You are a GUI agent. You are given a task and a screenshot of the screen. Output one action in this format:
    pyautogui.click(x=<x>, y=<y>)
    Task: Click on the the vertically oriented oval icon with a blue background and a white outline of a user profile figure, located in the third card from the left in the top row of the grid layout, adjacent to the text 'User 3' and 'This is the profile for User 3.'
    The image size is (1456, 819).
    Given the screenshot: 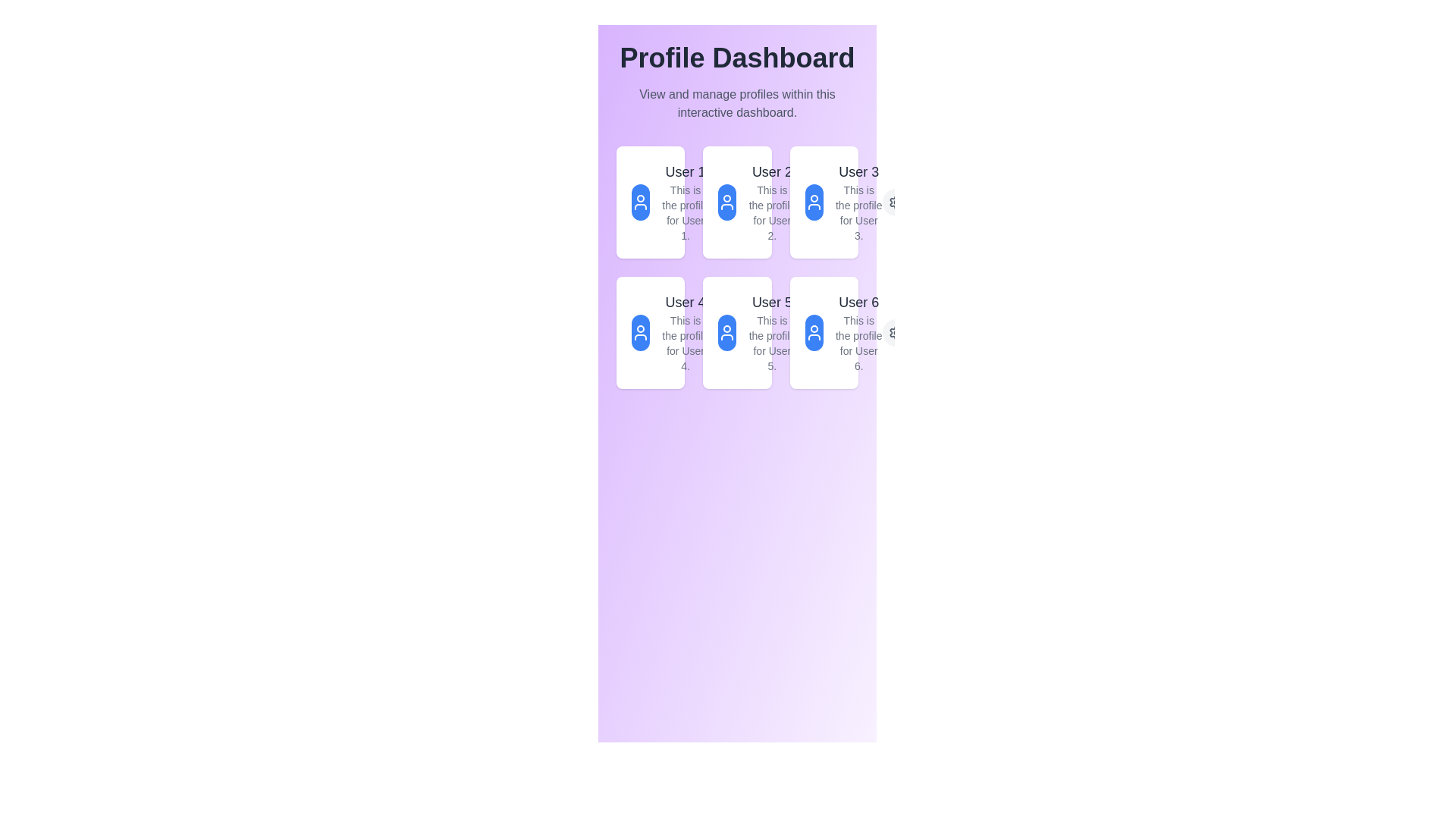 What is the action you would take?
    pyautogui.click(x=823, y=201)
    